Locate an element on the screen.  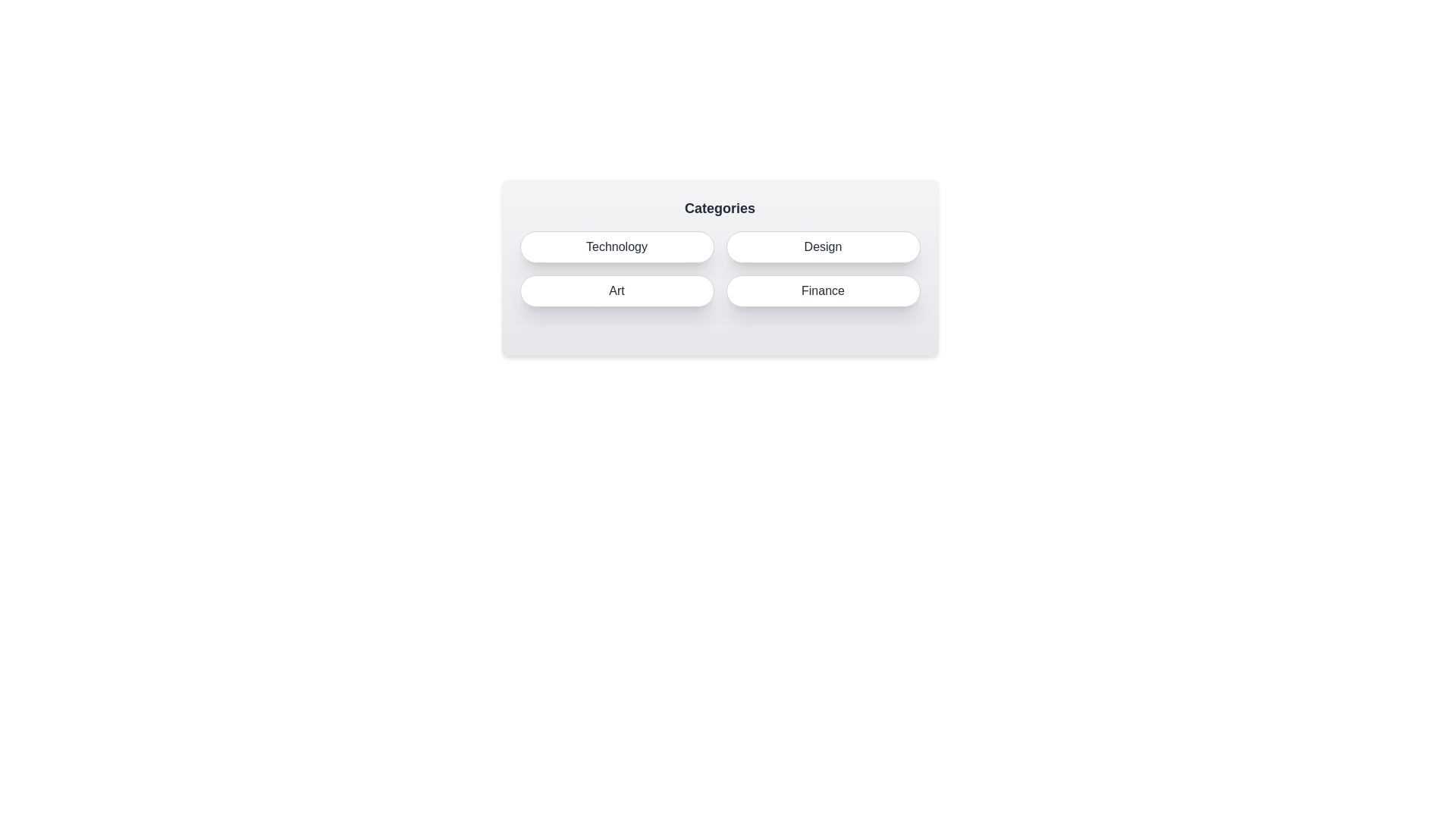
the Art button to select it is located at coordinates (617, 291).